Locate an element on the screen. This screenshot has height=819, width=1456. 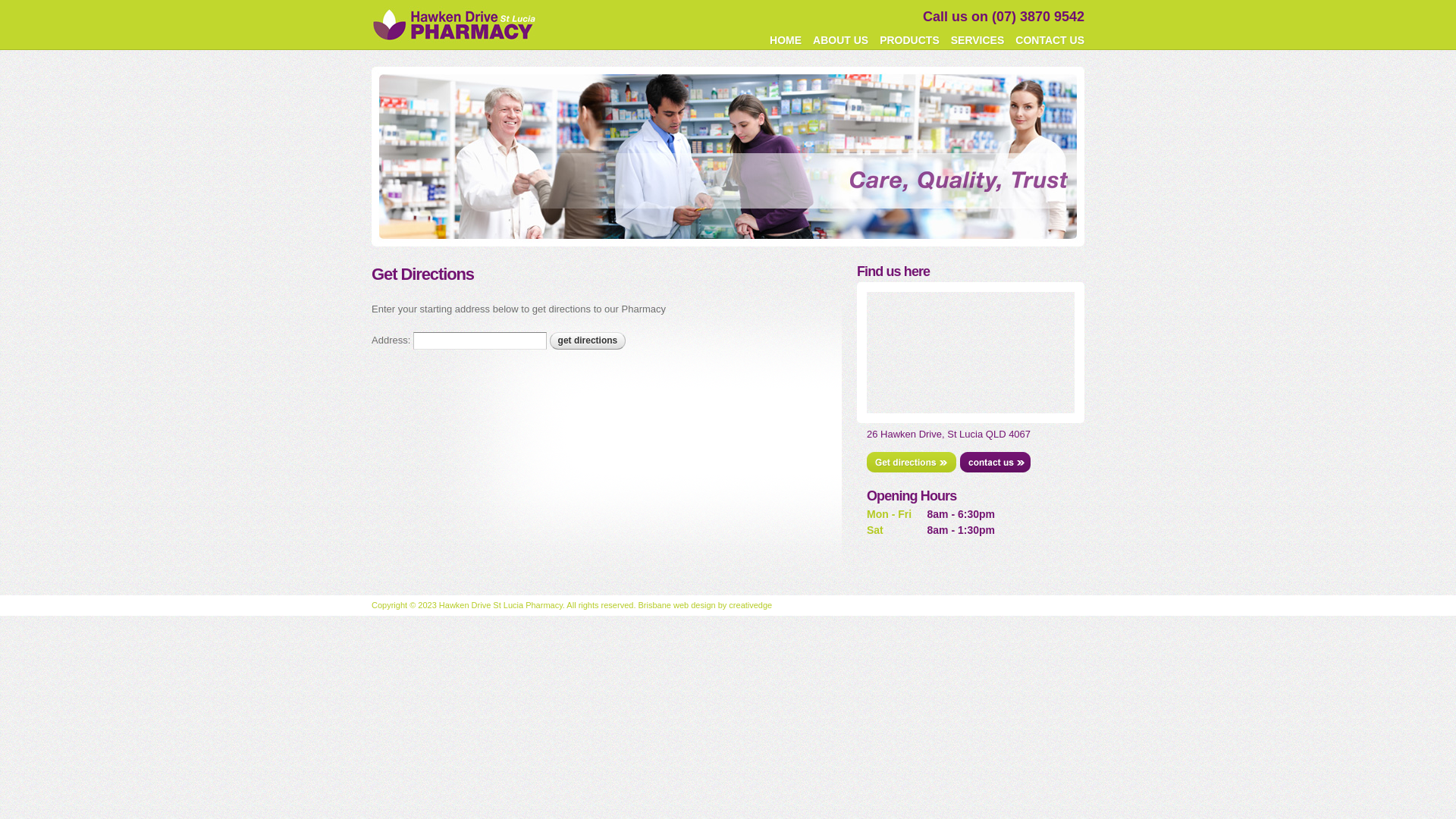
'ABOUT US' is located at coordinates (839, 39).